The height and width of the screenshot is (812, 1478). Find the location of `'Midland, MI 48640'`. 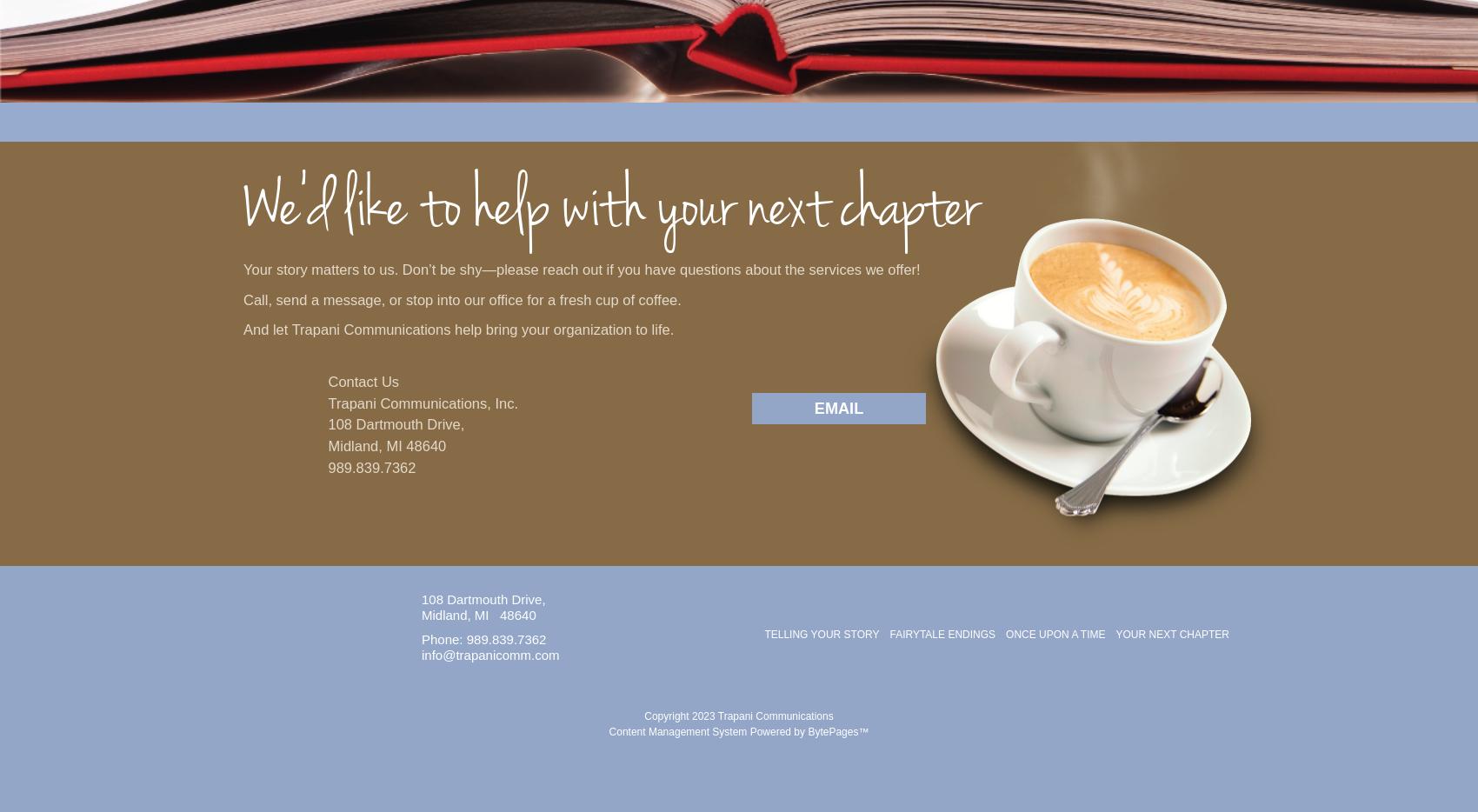

'Midland, MI 48640' is located at coordinates (387, 445).